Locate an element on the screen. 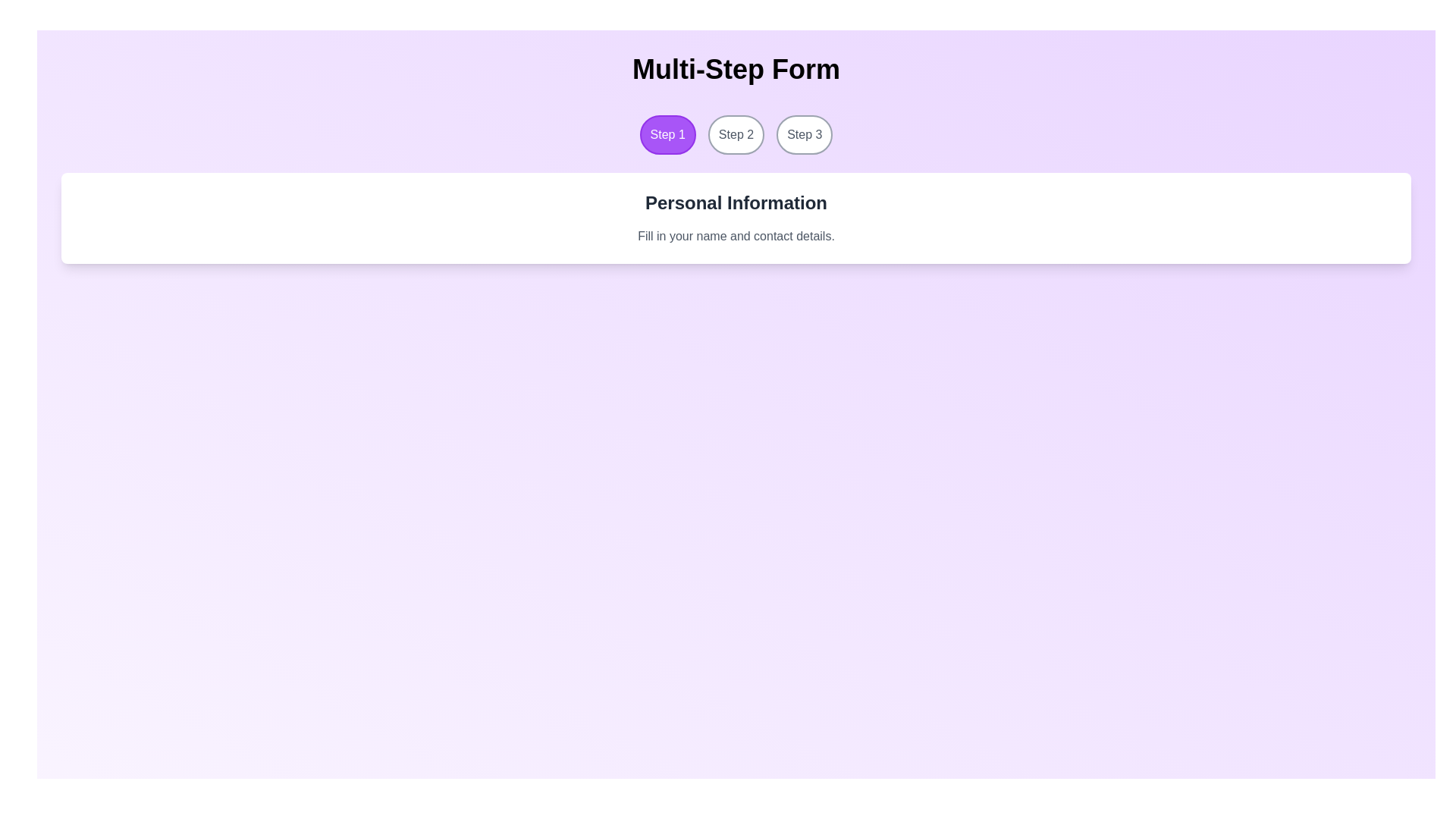  the Information block titled 'Personal Information' that contains the description 'Fill in your name and contact details.' is located at coordinates (736, 218).